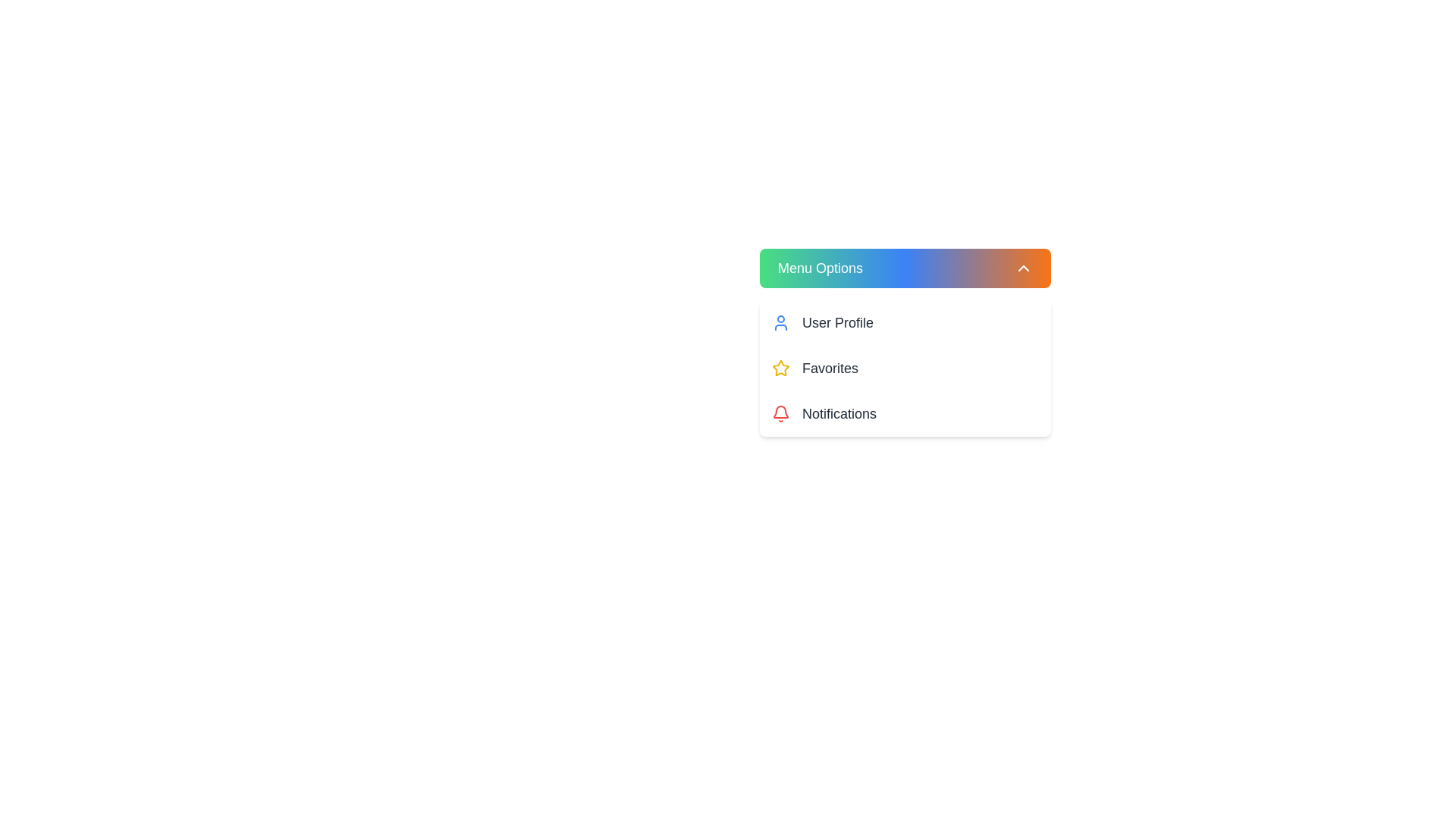  What do you see at coordinates (839, 414) in the screenshot?
I see `the 'Notifications' text label, which is styled in a large, medium-weight, gray-colored font and is located in the third row of a vertical menu adjacent to the red bell icon` at bounding box center [839, 414].